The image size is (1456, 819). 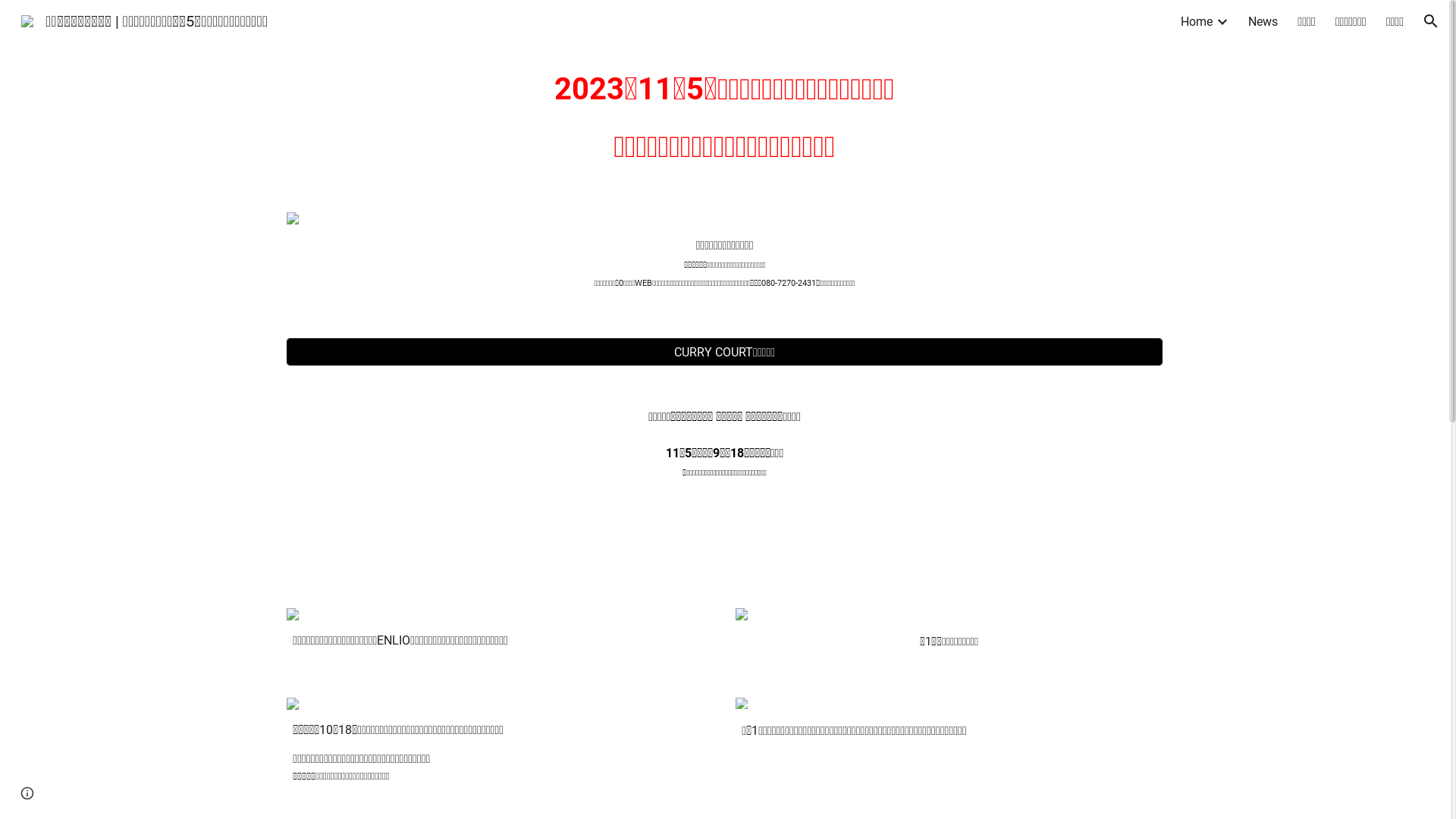 What do you see at coordinates (1263, 20) in the screenshot?
I see `'News'` at bounding box center [1263, 20].